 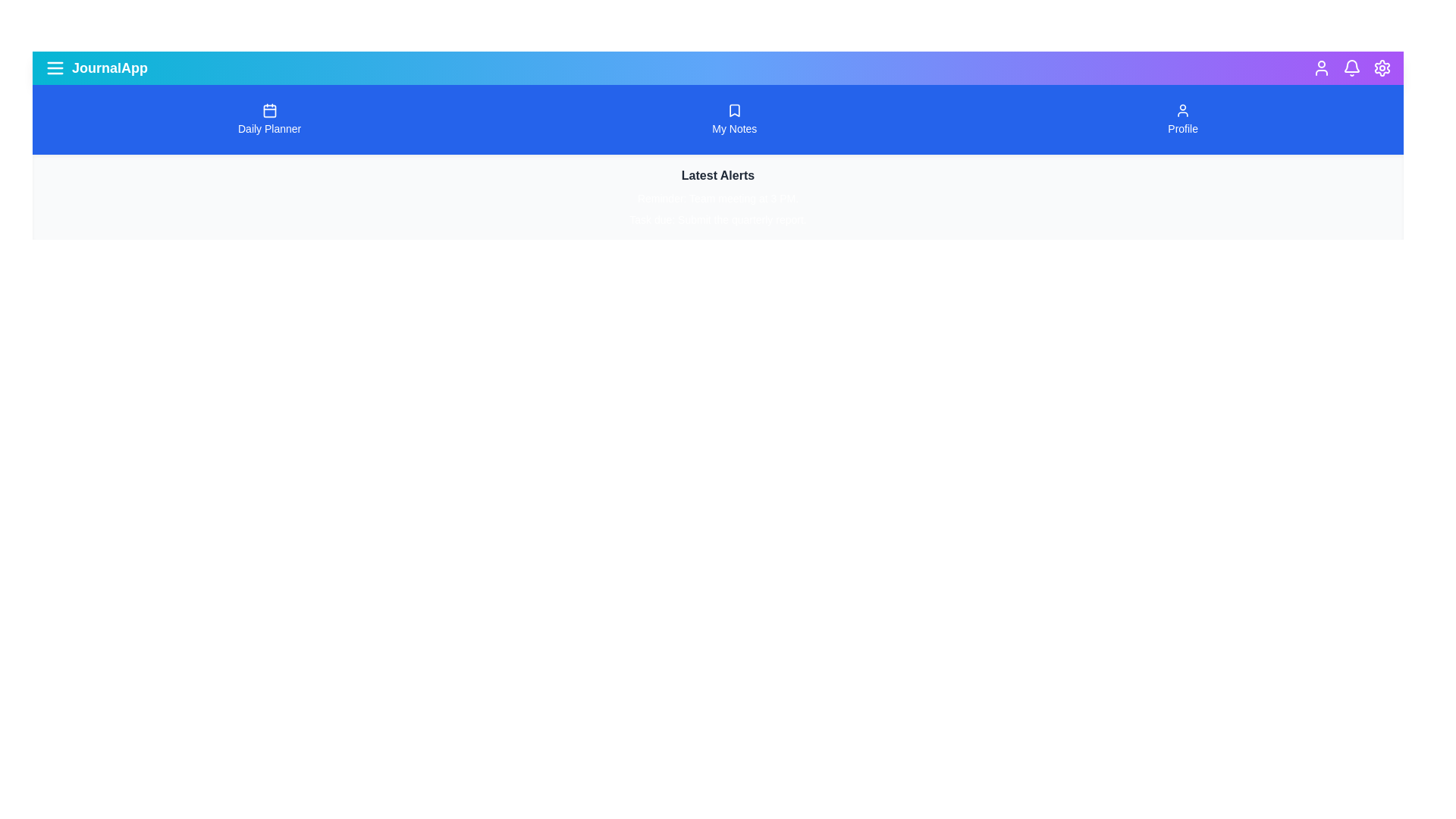 What do you see at coordinates (735, 119) in the screenshot?
I see `the navigation button labeled My Notes to navigate to the corresponding section` at bounding box center [735, 119].